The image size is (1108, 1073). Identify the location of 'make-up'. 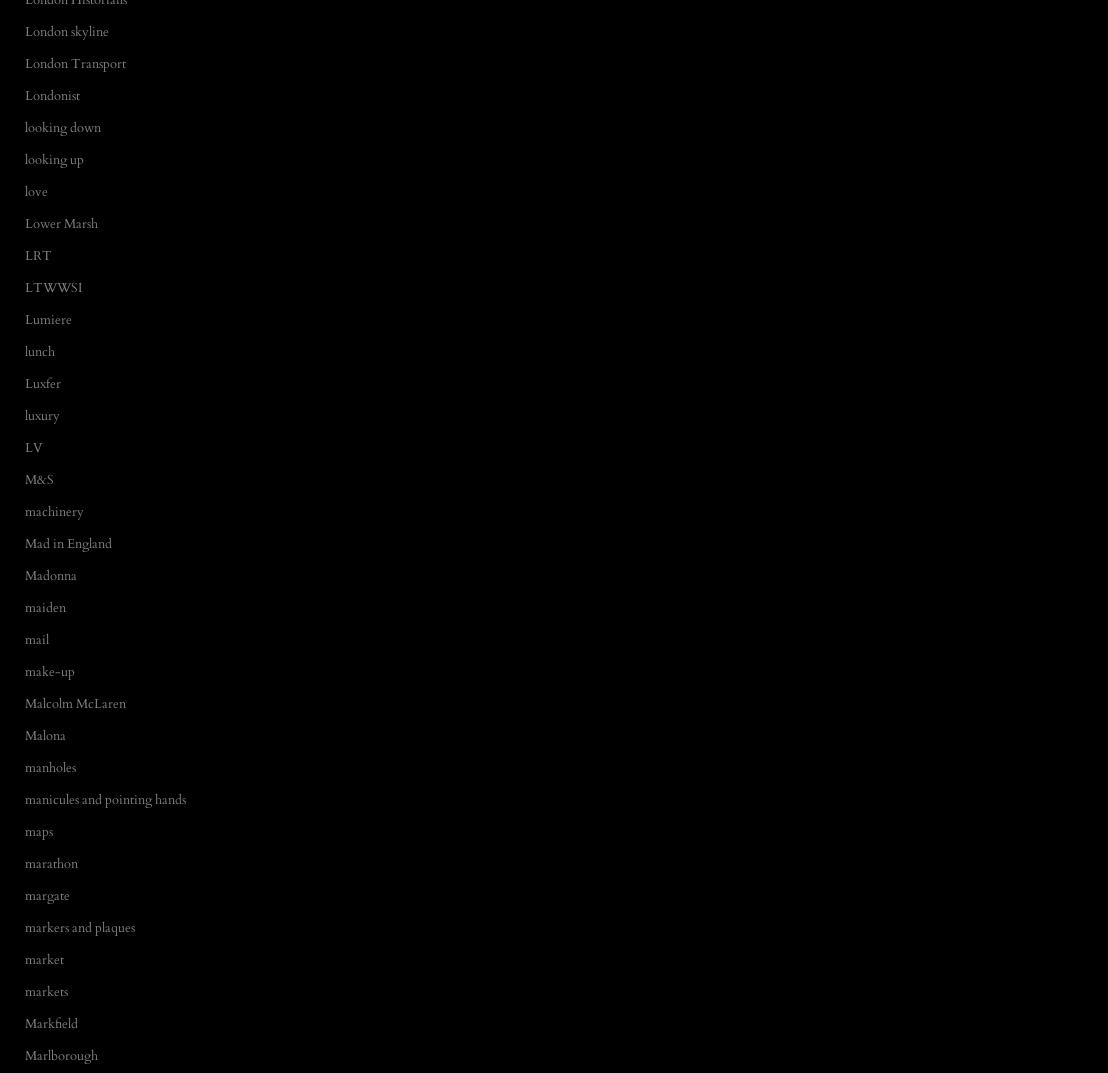
(48, 670).